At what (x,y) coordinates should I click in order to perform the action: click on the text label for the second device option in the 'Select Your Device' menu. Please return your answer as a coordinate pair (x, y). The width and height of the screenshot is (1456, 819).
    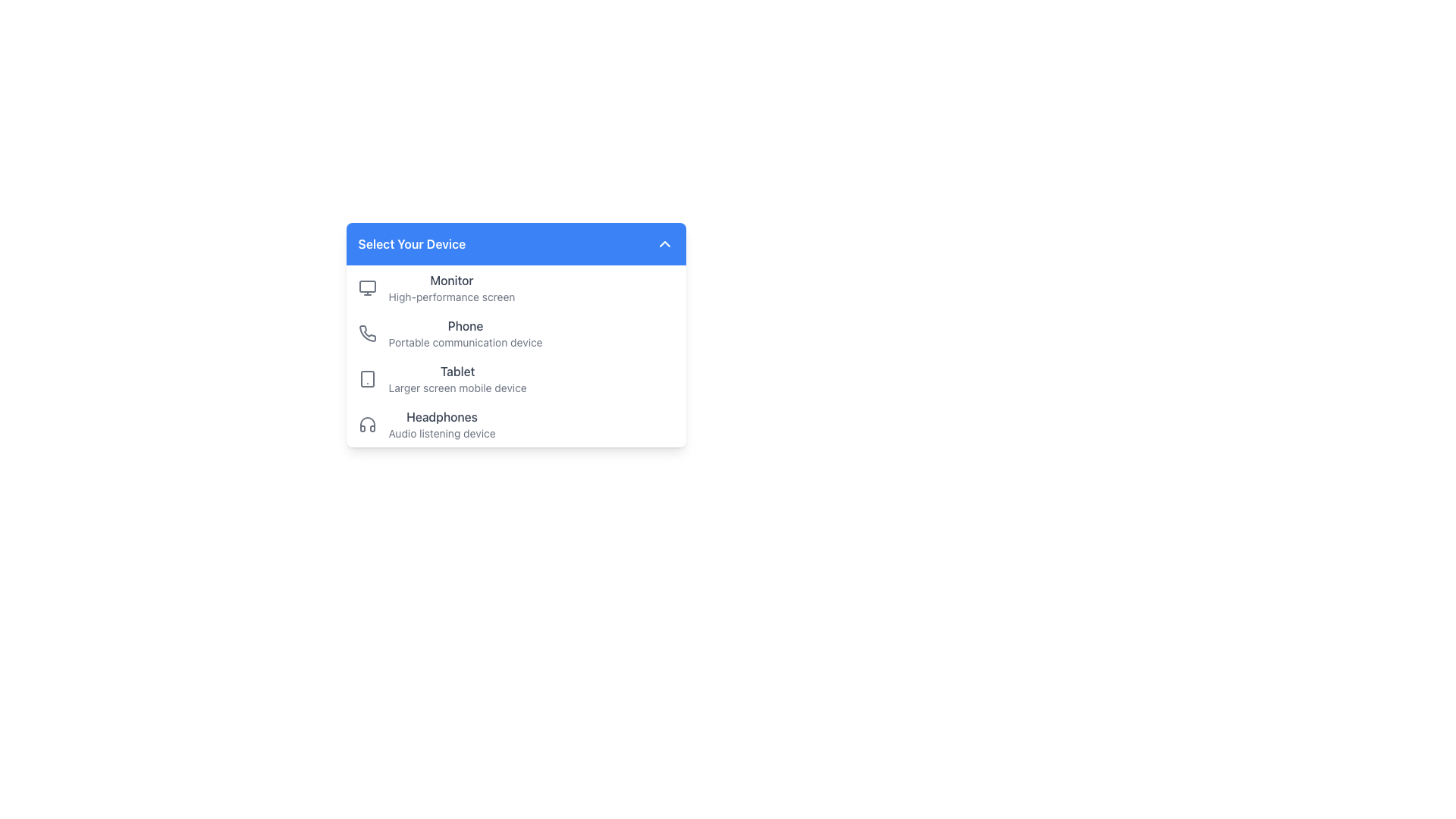
    Looking at the image, I should click on (465, 325).